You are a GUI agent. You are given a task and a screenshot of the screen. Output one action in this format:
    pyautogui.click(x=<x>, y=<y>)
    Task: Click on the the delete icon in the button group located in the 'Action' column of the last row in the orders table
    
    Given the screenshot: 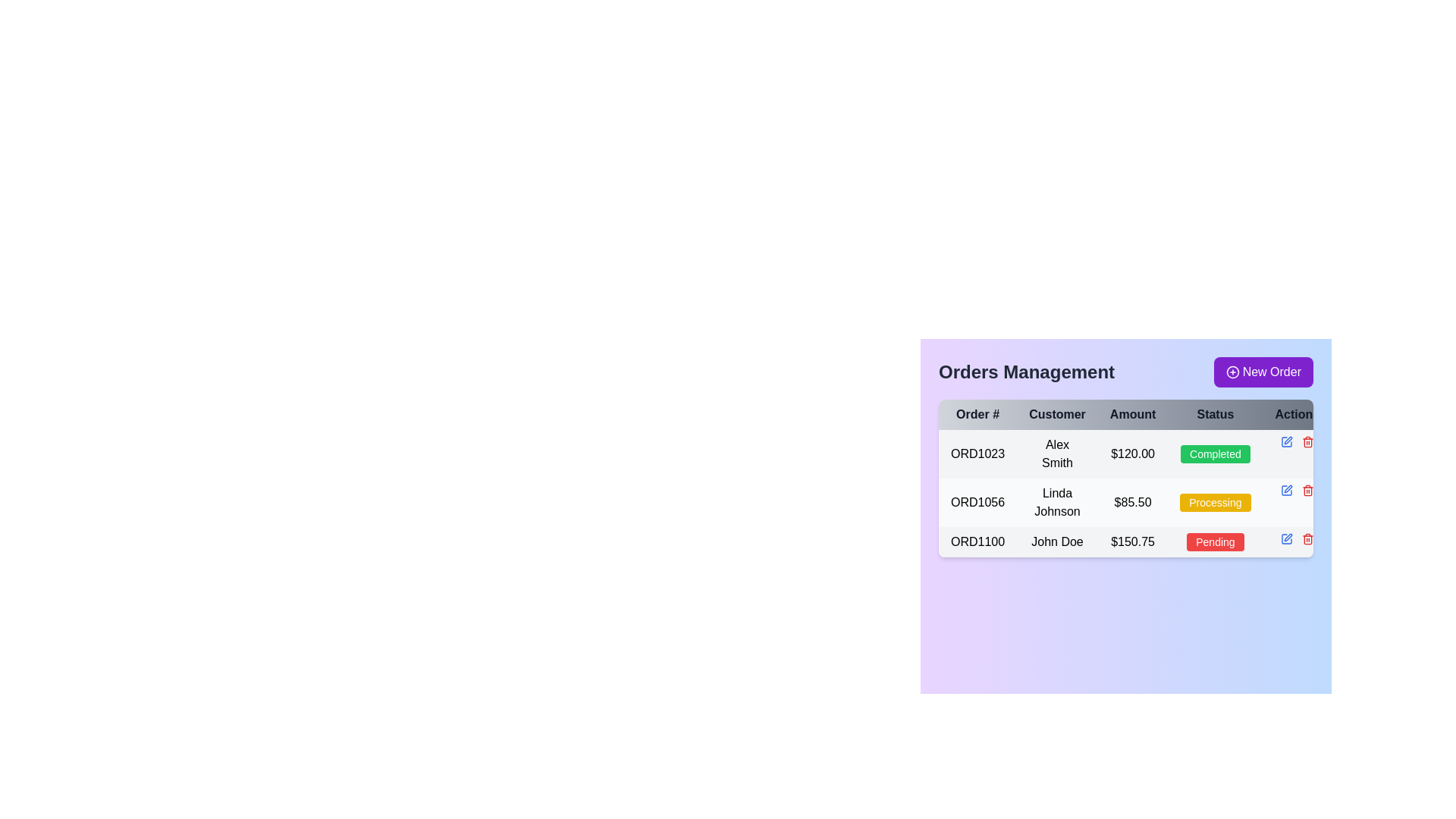 What is the action you would take?
    pyautogui.click(x=1295, y=538)
    